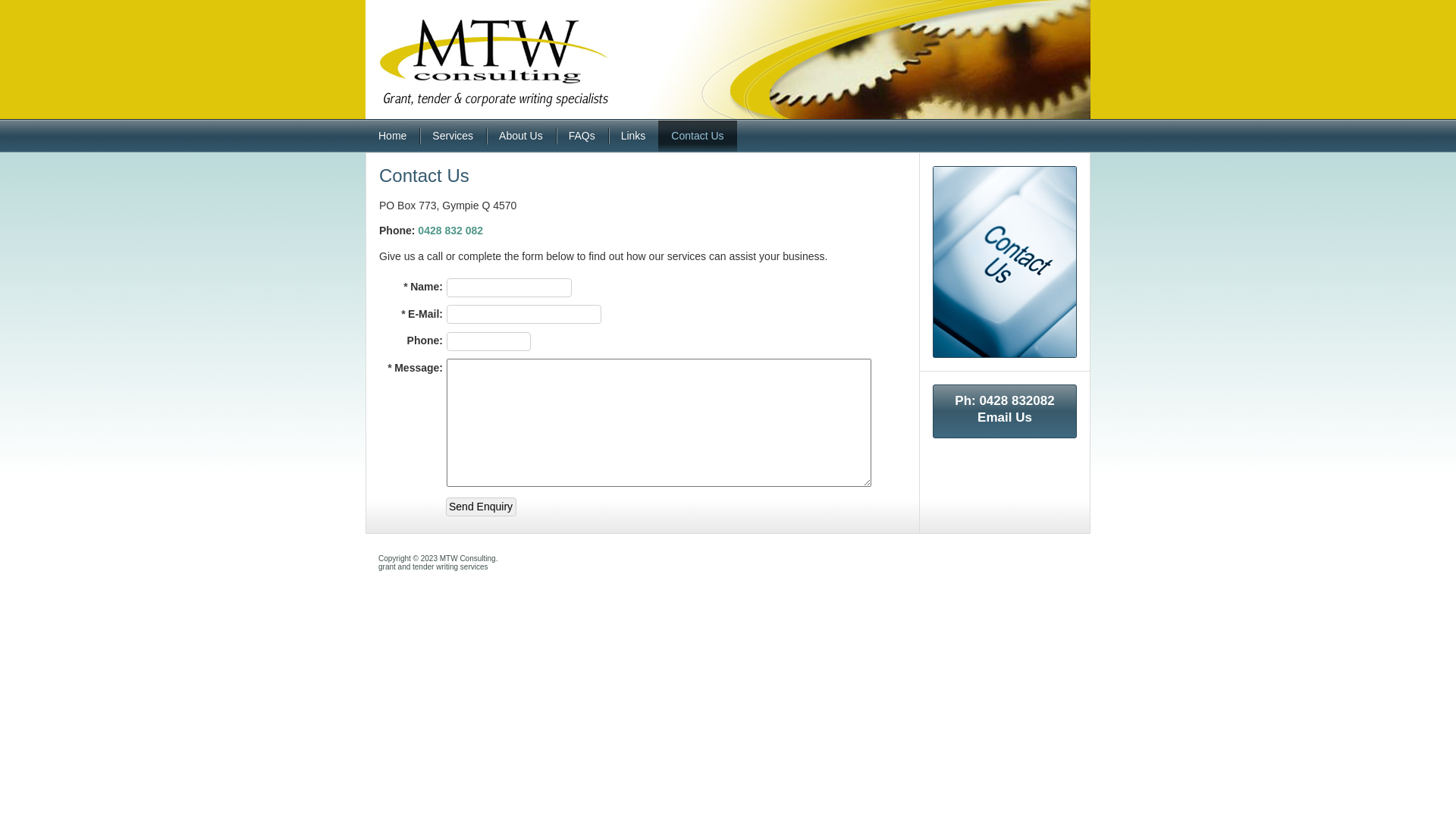 The width and height of the screenshot is (1456, 819). I want to click on 'Contact Us', so click(696, 135).